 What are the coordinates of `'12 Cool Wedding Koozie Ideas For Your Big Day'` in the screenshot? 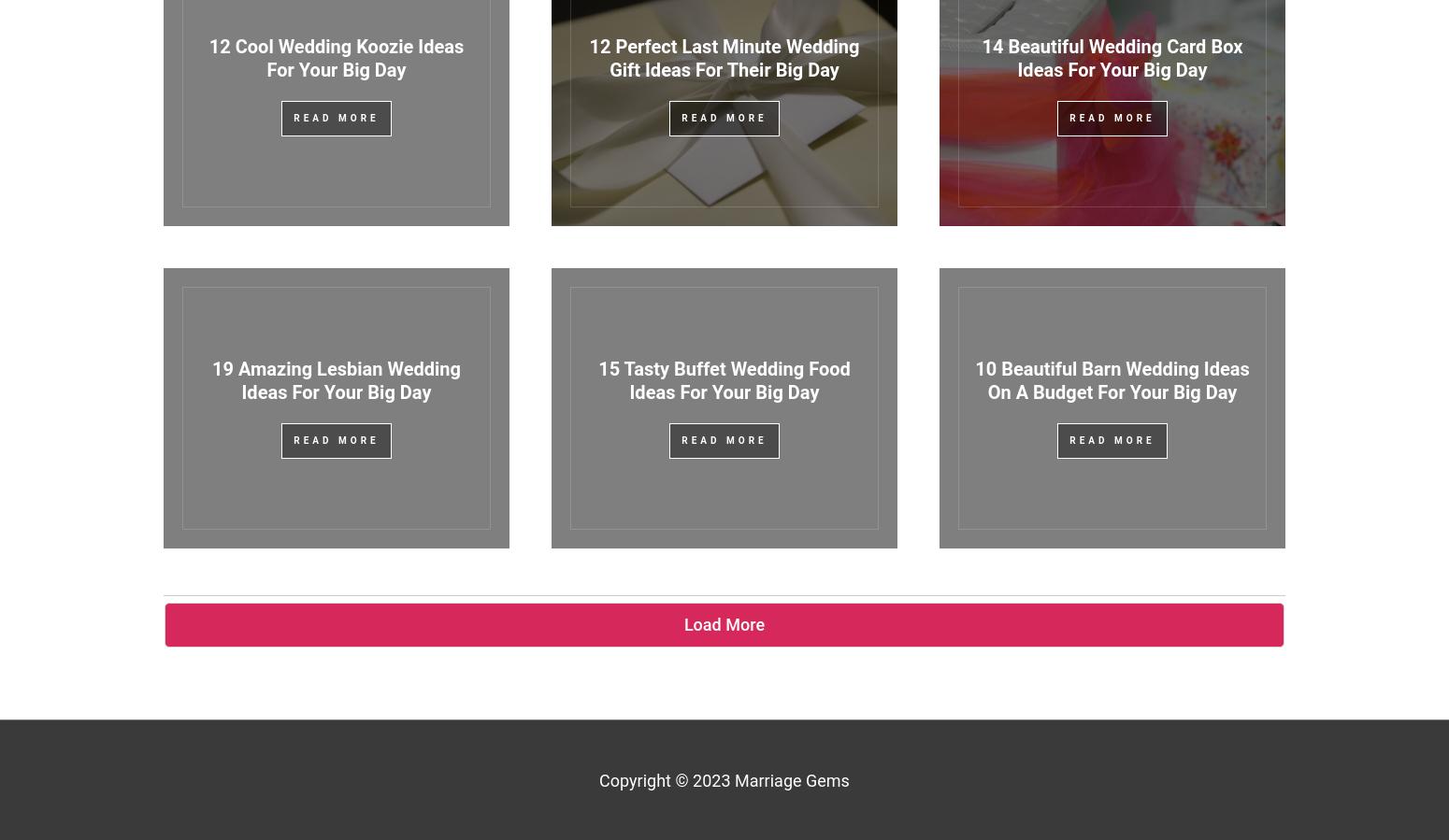 It's located at (335, 57).